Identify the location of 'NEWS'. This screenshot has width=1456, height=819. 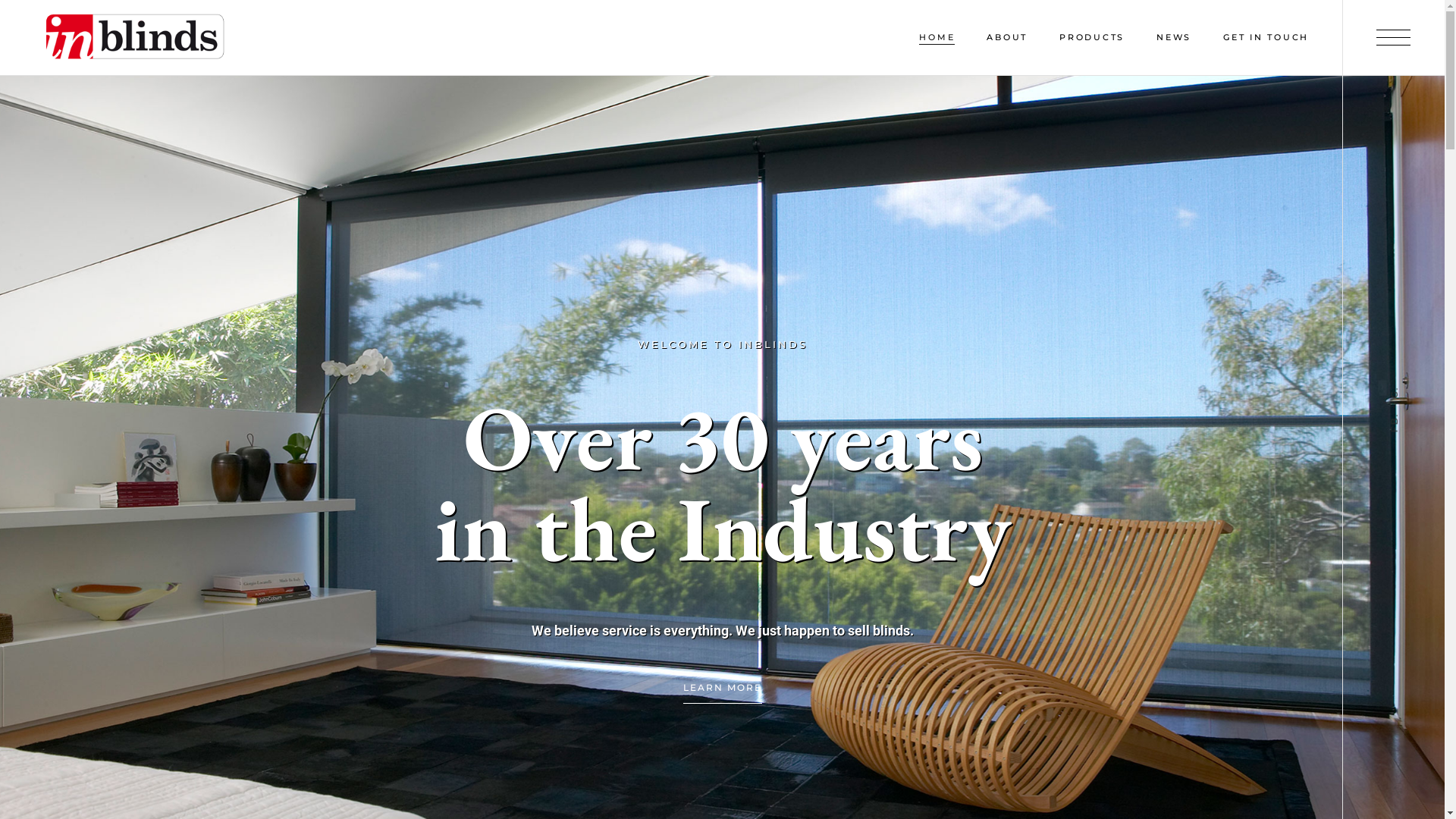
(1173, 36).